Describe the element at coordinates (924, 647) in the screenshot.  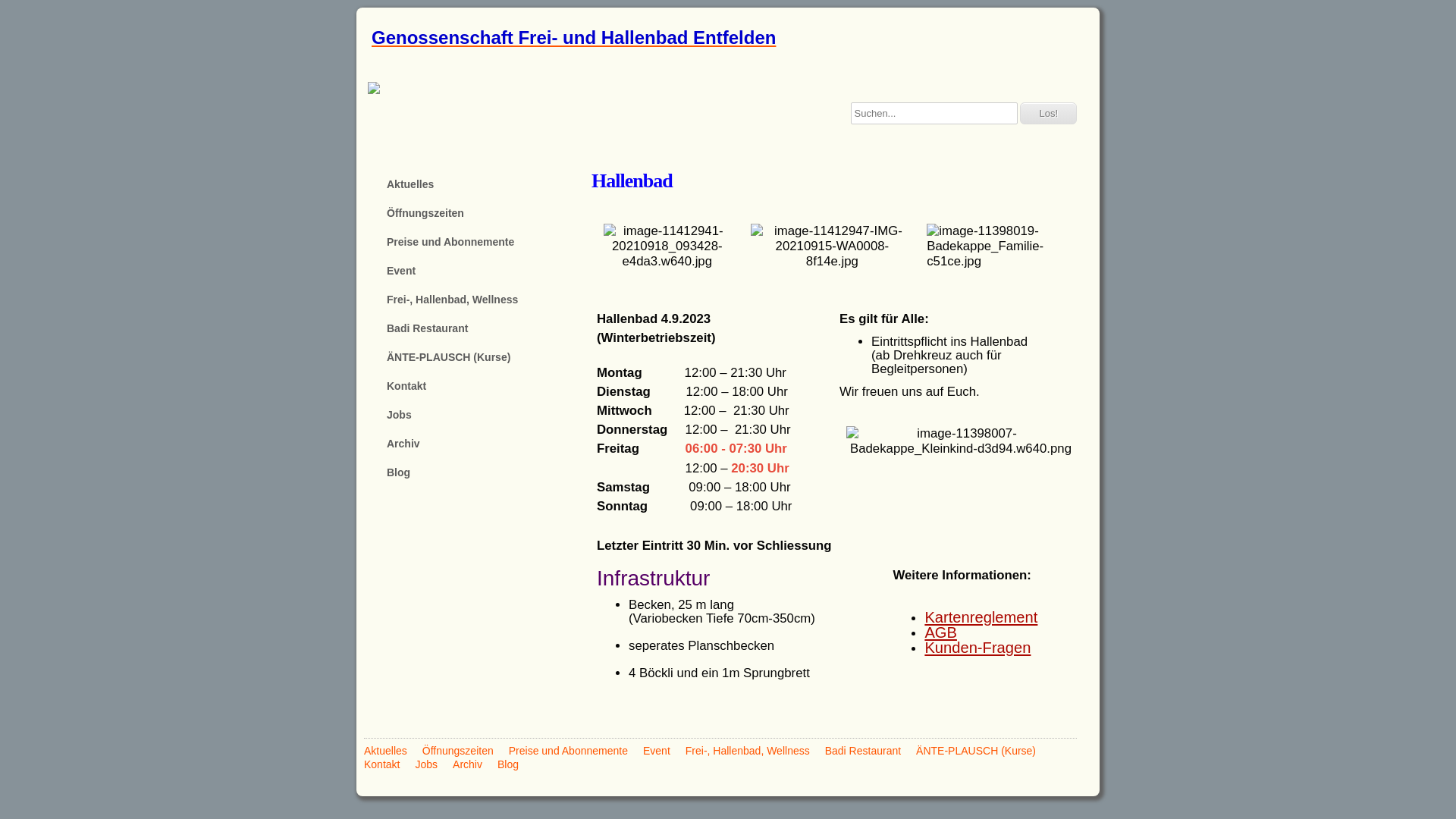
I see `'Kunden-Fragen'` at that location.